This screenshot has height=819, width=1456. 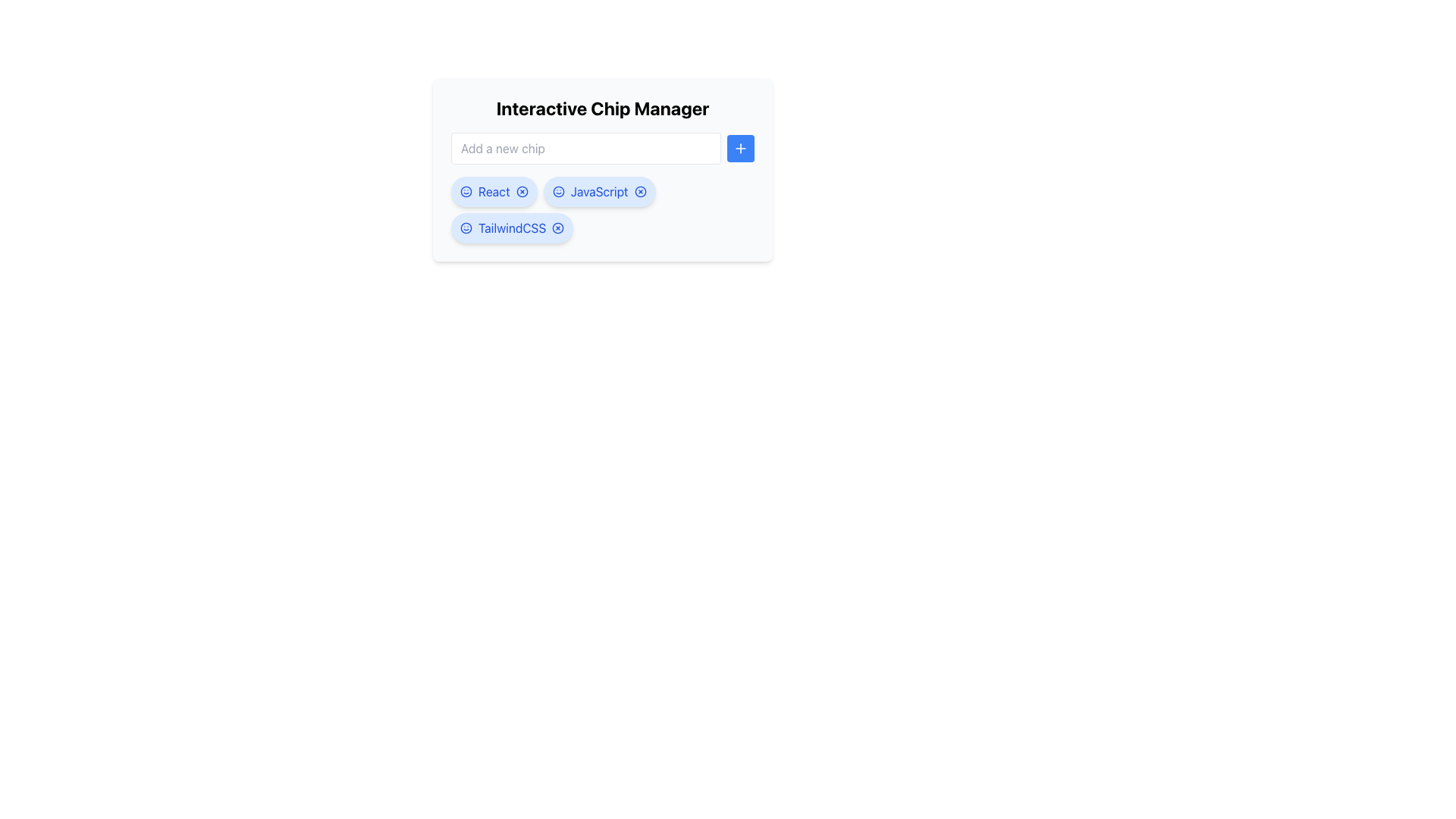 I want to click on the icon representing the action of adding a new chip, located within a blue circular button to the right of the 'Add a new chip' input field, so click(x=741, y=149).